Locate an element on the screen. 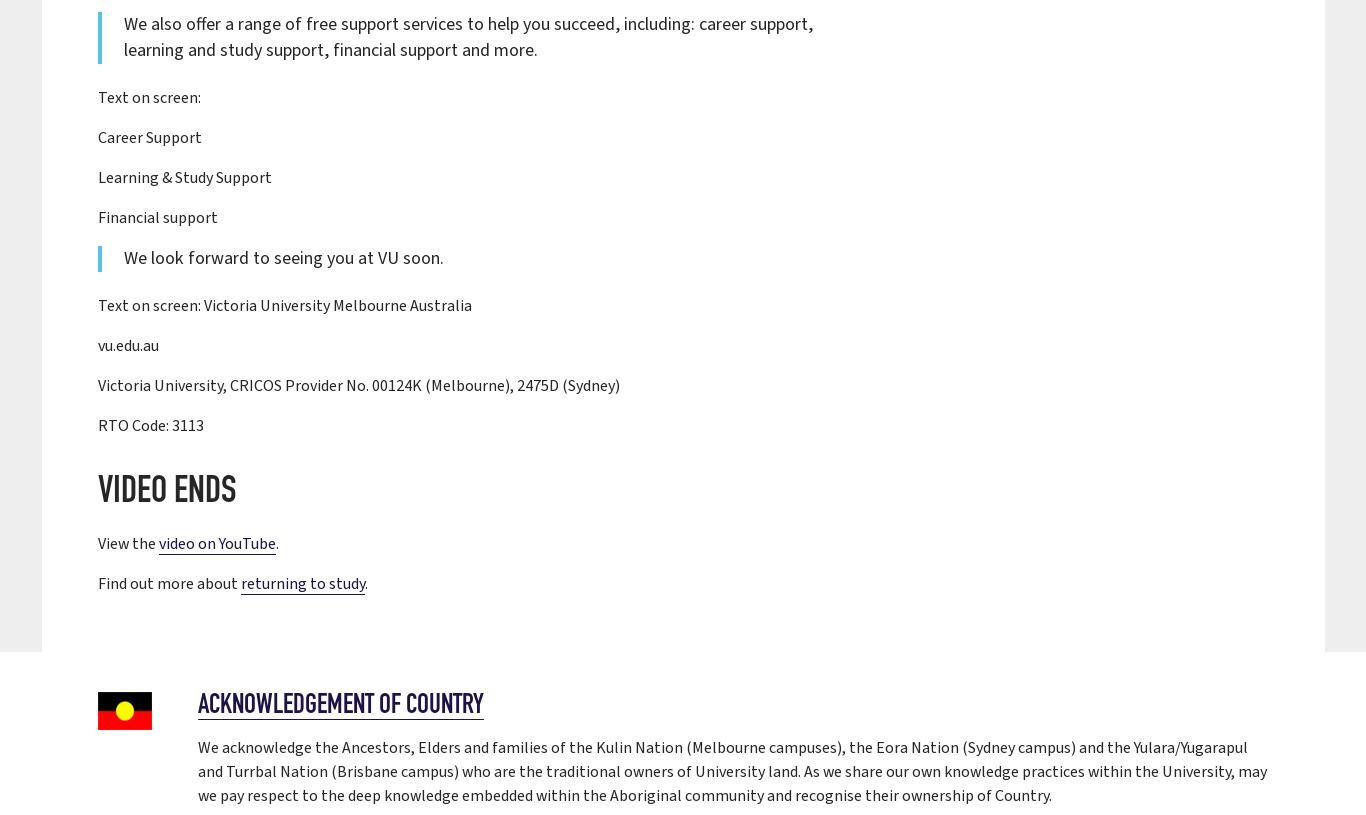 This screenshot has width=1366, height=815. 'video on YouTube' is located at coordinates (216, 543).